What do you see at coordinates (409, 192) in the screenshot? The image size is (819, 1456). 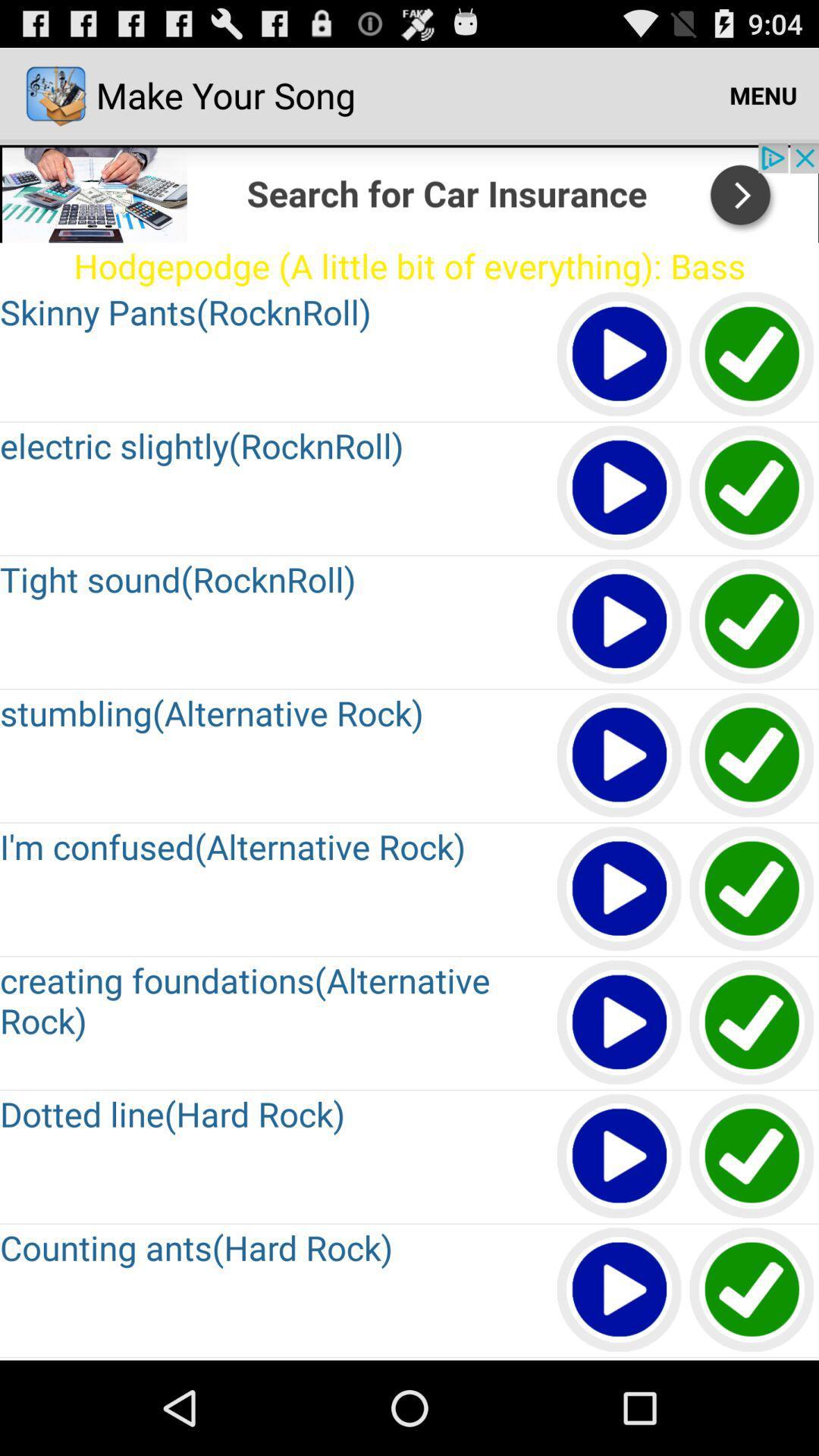 I see `click on add` at bounding box center [409, 192].